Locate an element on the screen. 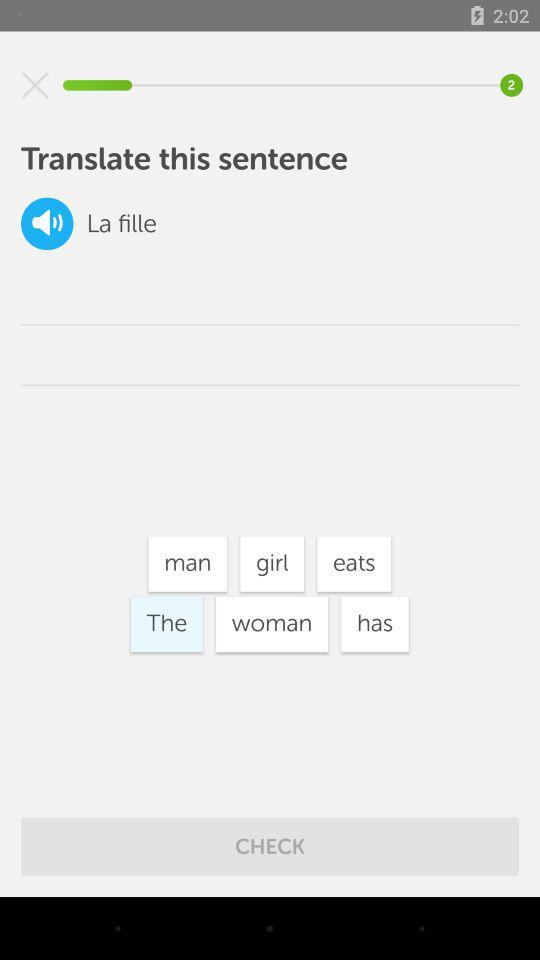 This screenshot has height=960, width=540. icon above the woman is located at coordinates (271, 564).